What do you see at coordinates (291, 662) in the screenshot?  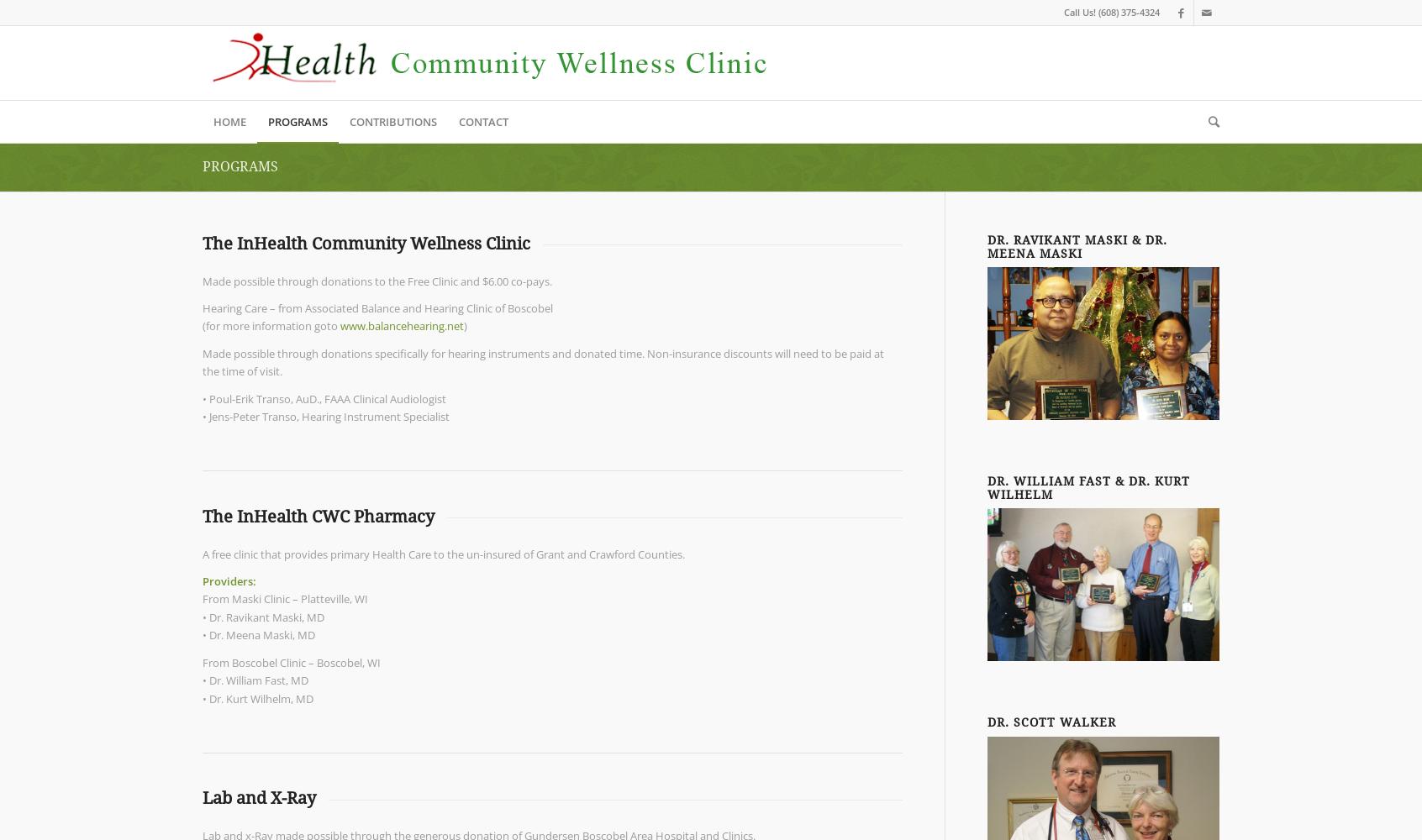 I see `'From Boscobel Clinic – Boscobel, WI'` at bounding box center [291, 662].